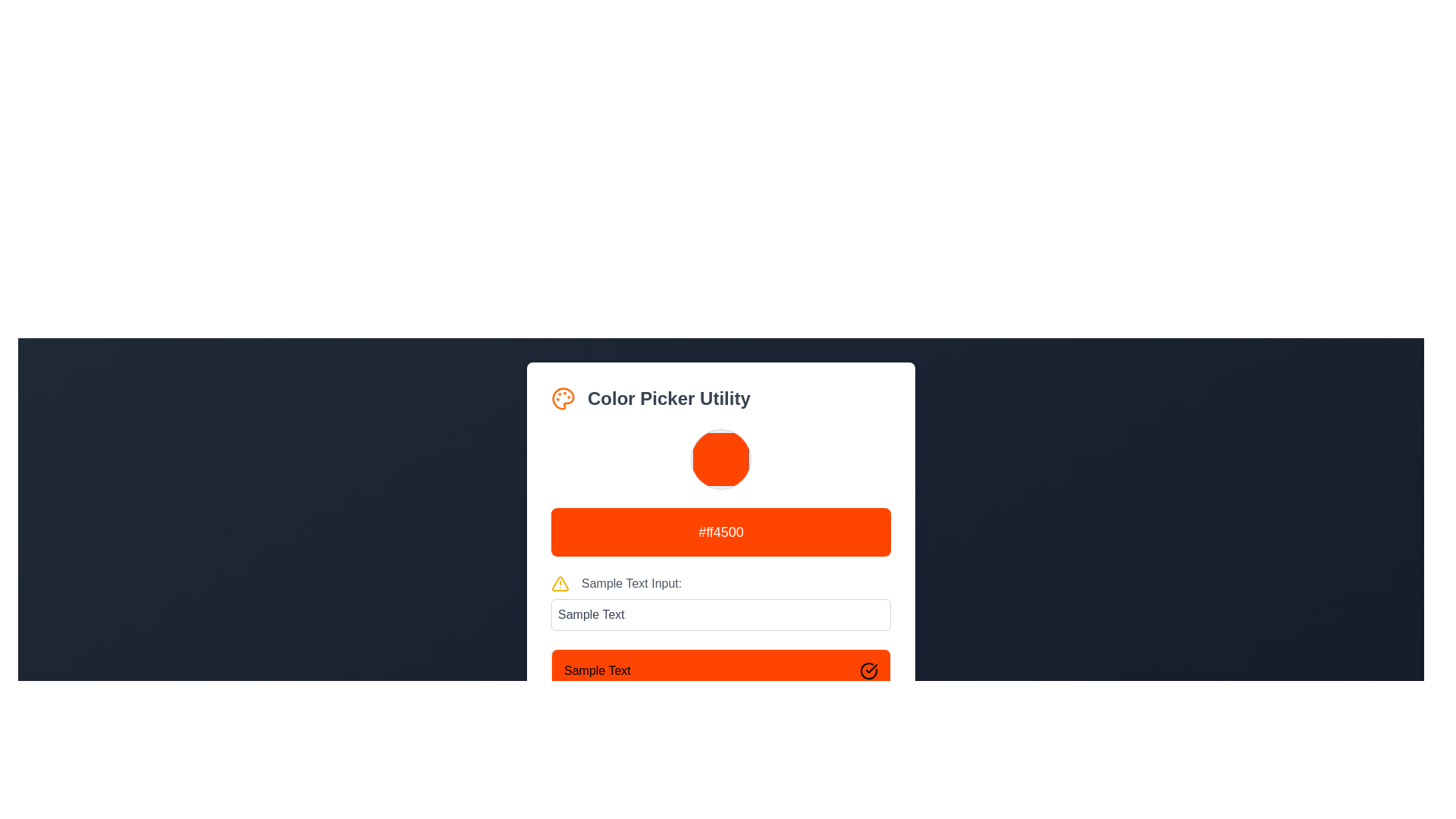  I want to click on the display component styled as a non-interactive button that shows the selected color code, located below the color circle and above the 'Sample Text Input' section in the 'Color Picker Utility' card, so click(720, 532).